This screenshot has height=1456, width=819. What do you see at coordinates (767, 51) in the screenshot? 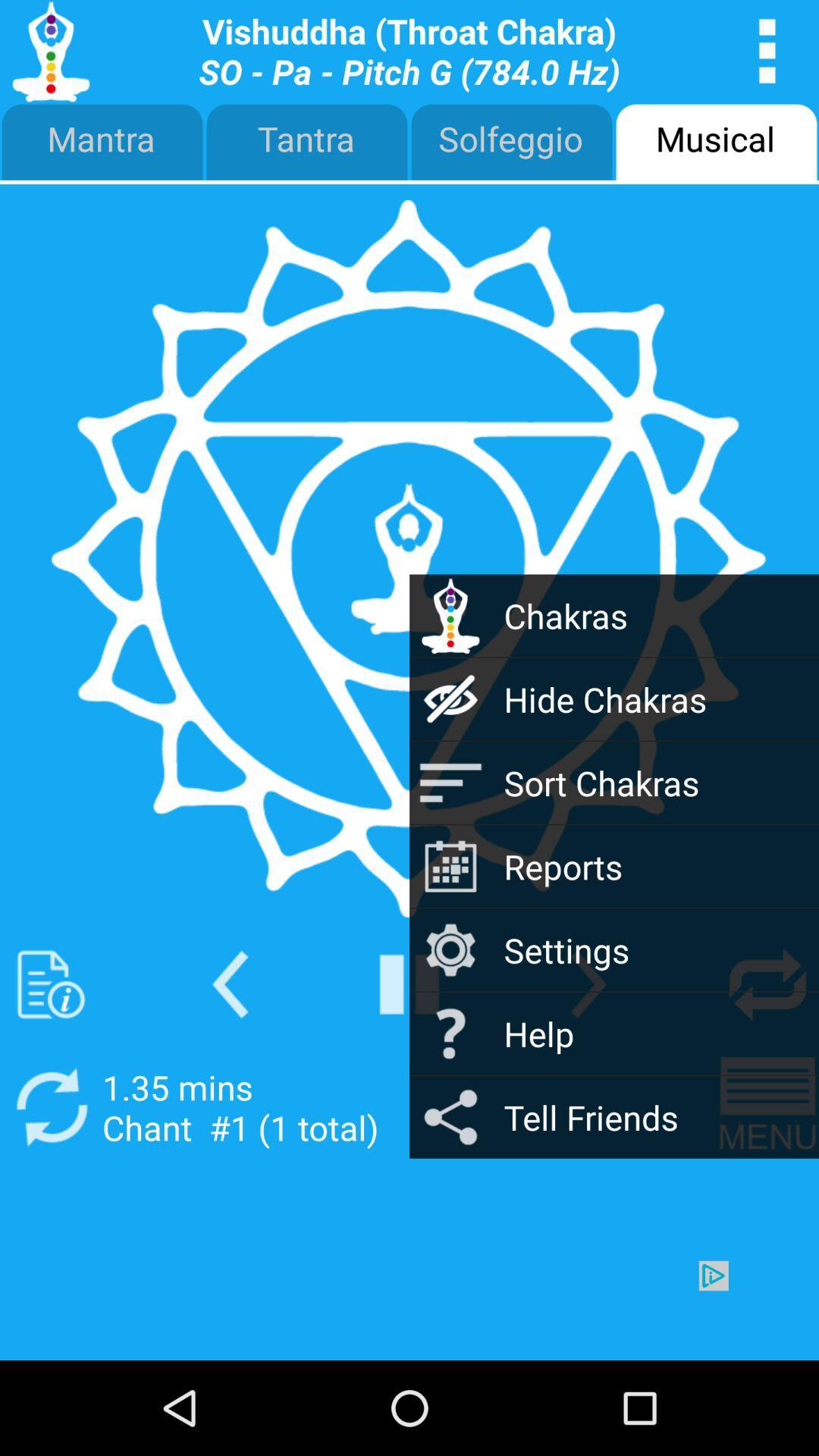
I see `apps` at bounding box center [767, 51].